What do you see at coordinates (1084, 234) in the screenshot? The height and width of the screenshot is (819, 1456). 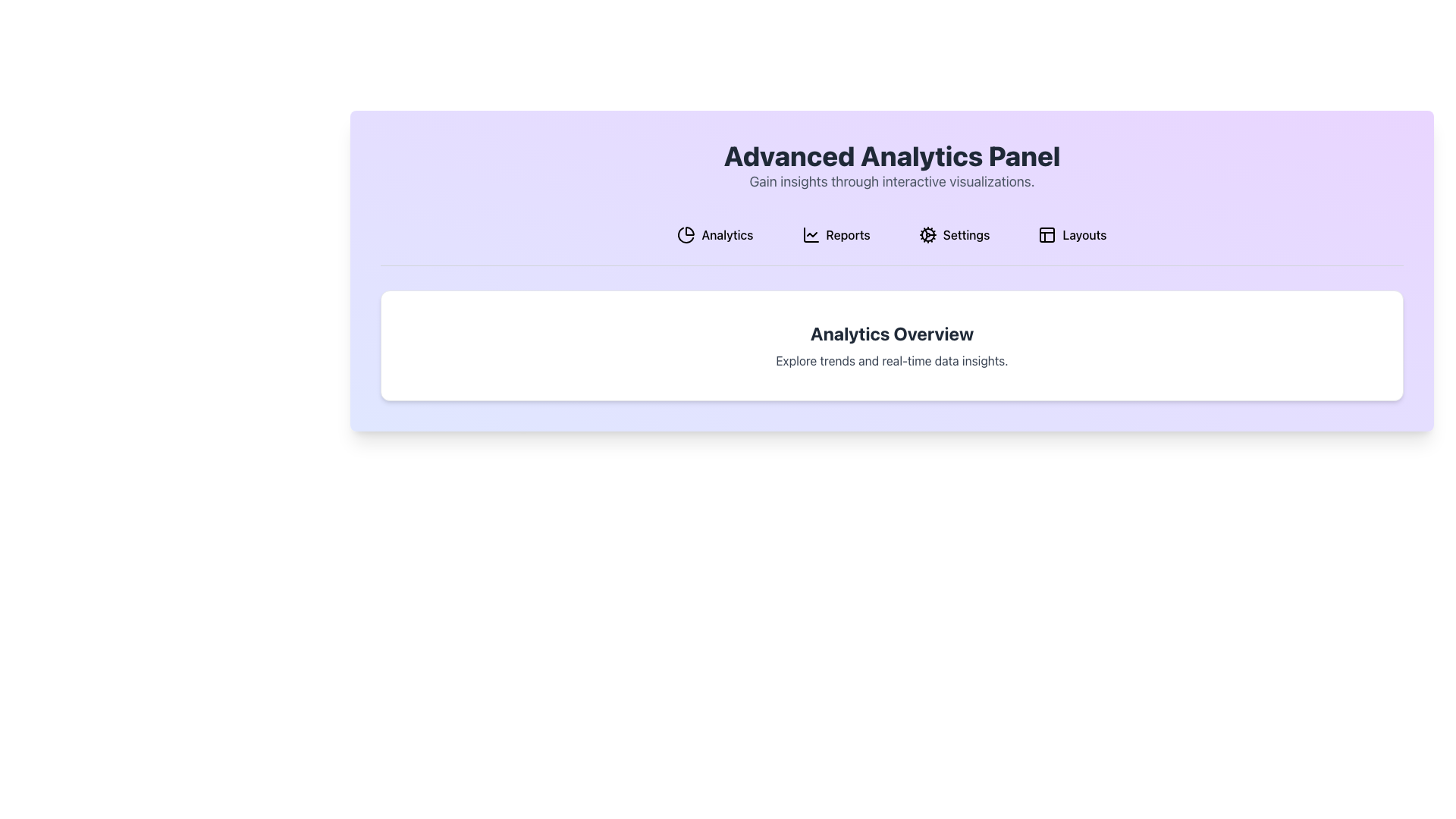 I see `'Layouts' text label located in the navigation bar, which is styled in a medium-weight font and positioned to the right of the 'Settings' option, adjacent to a layout graphic icon` at bounding box center [1084, 234].